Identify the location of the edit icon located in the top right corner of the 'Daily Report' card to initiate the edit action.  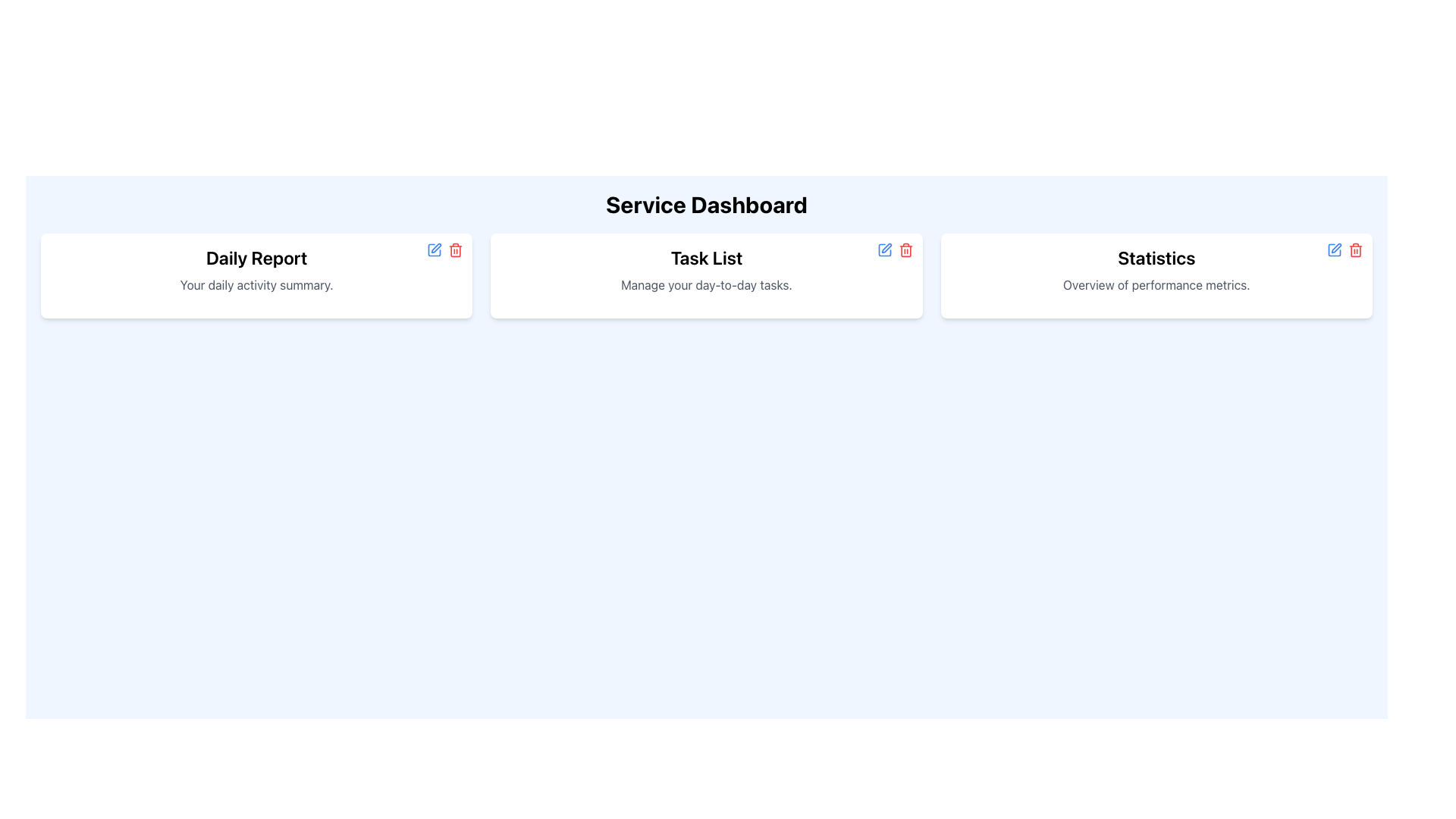
(435, 247).